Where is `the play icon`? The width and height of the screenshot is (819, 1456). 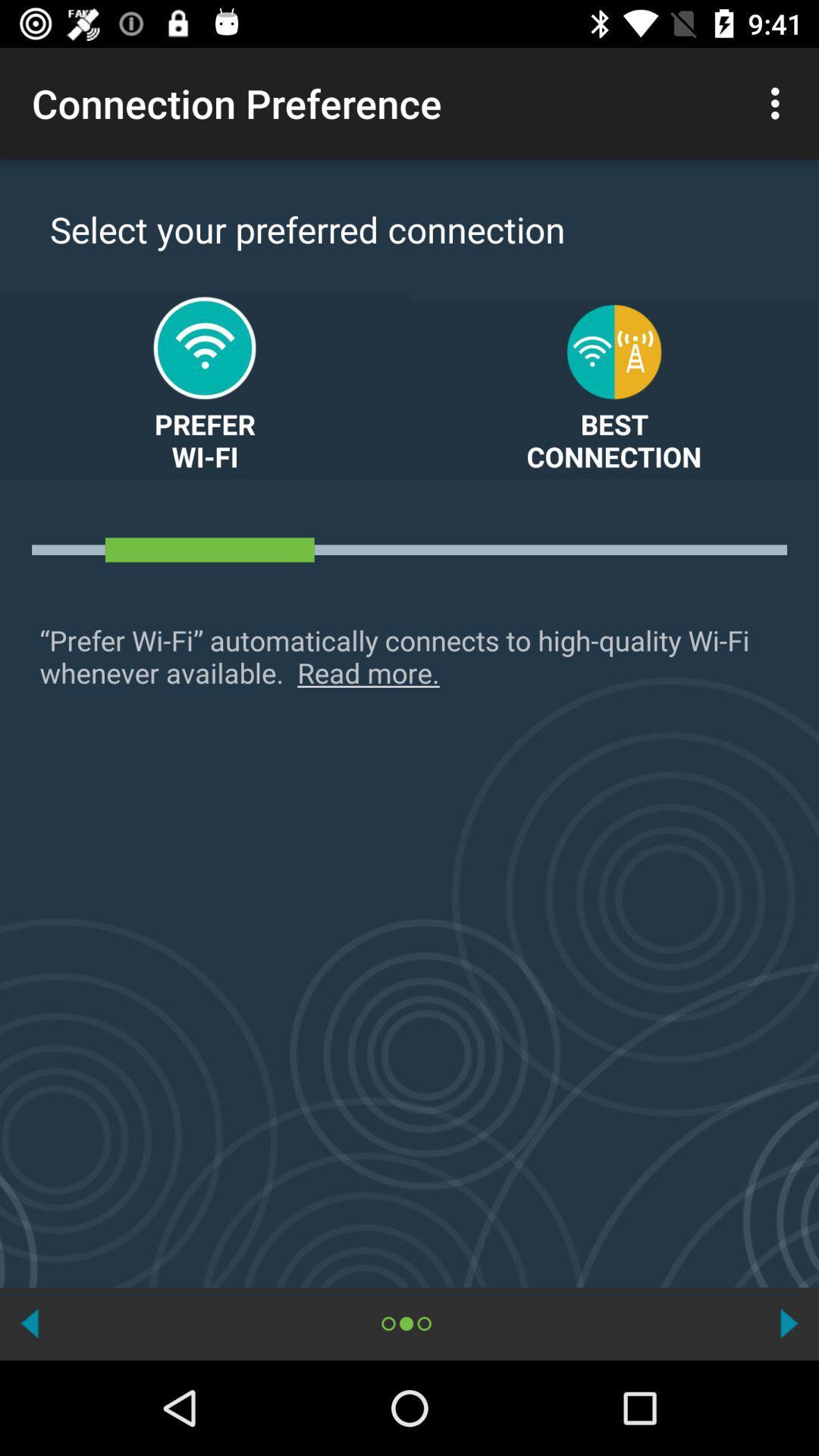 the play icon is located at coordinates (788, 1323).